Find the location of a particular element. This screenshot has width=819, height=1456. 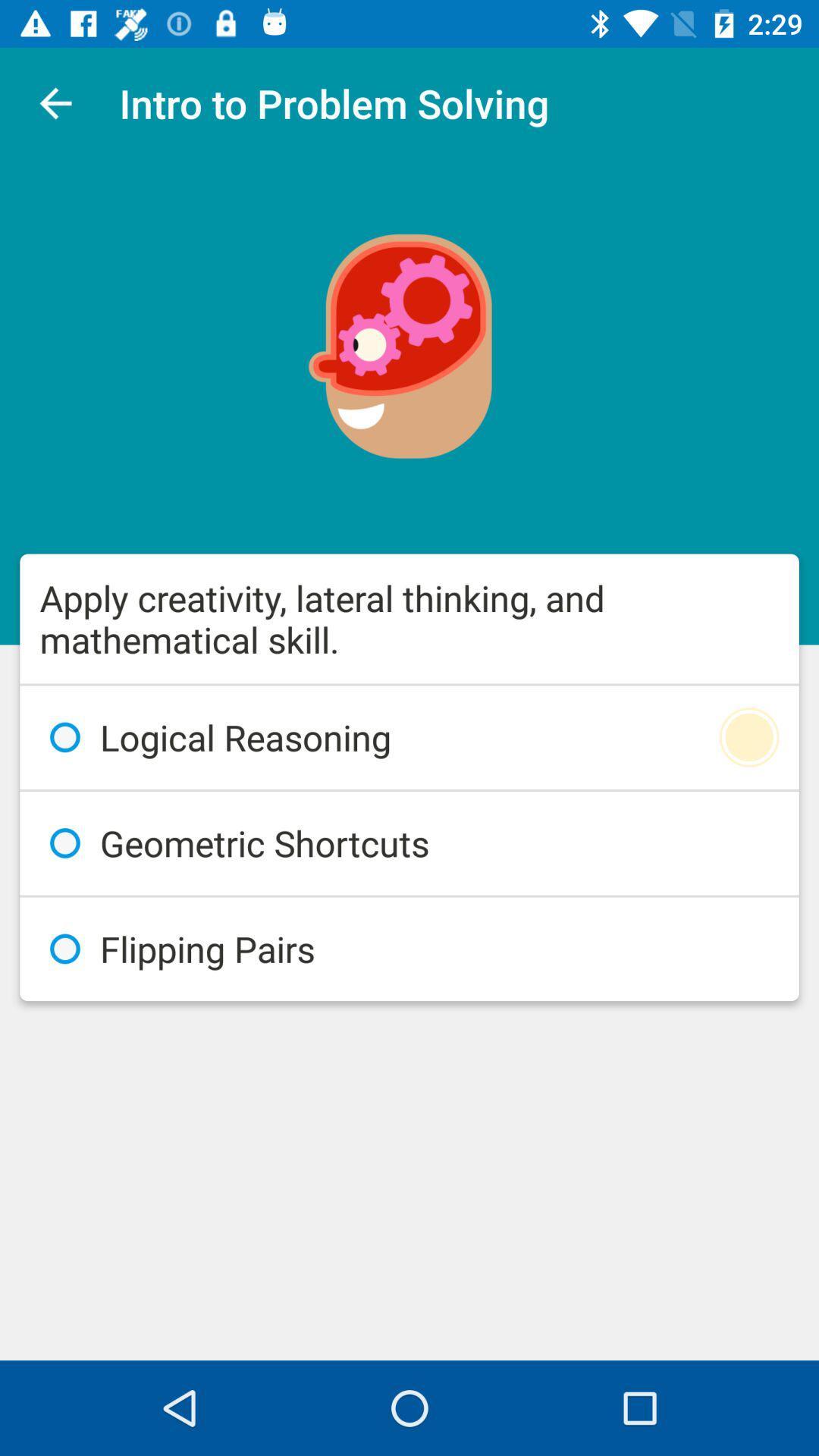

the item above the flipping pairs icon is located at coordinates (409, 843).